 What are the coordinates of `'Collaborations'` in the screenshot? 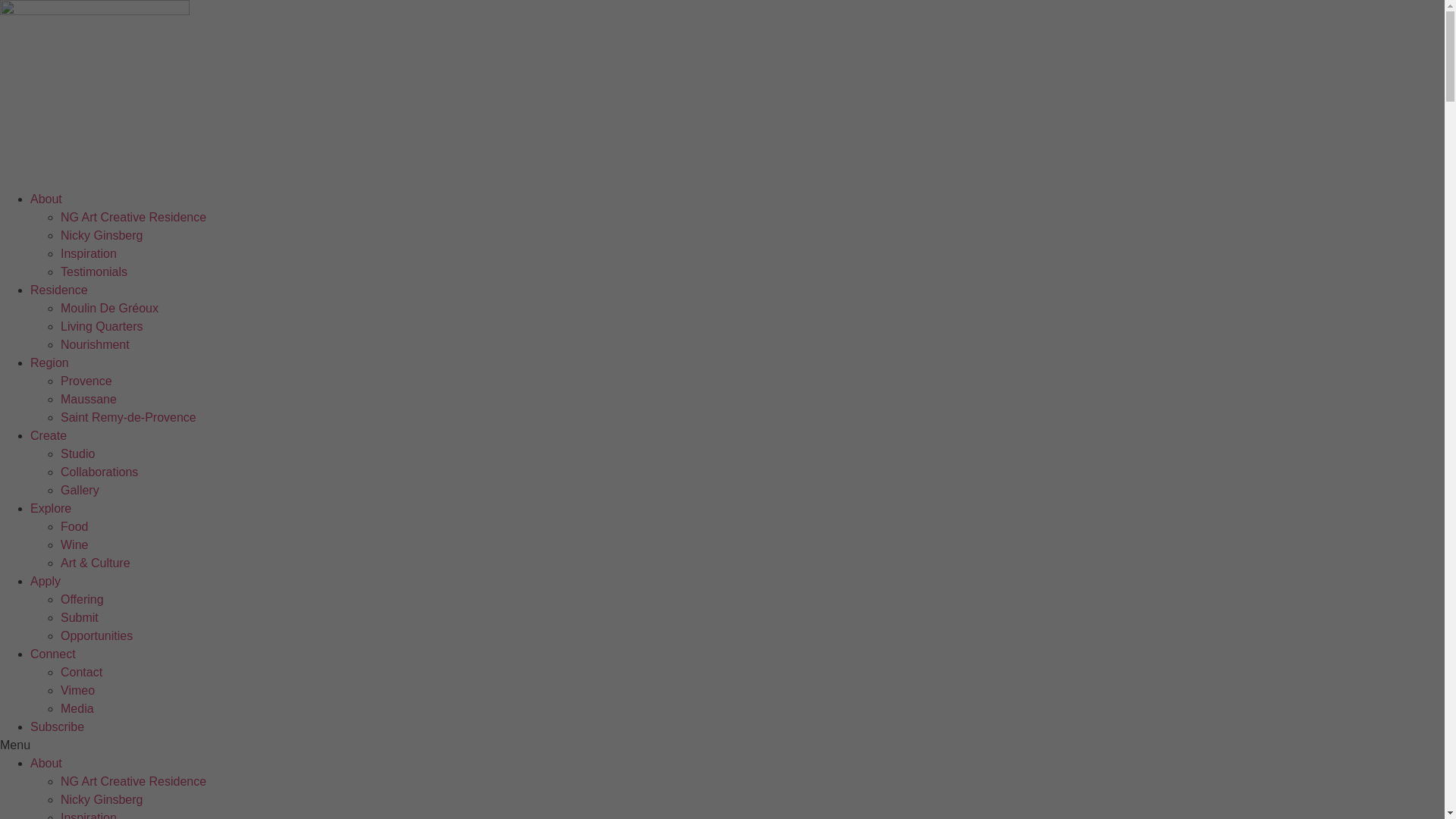 It's located at (98, 471).